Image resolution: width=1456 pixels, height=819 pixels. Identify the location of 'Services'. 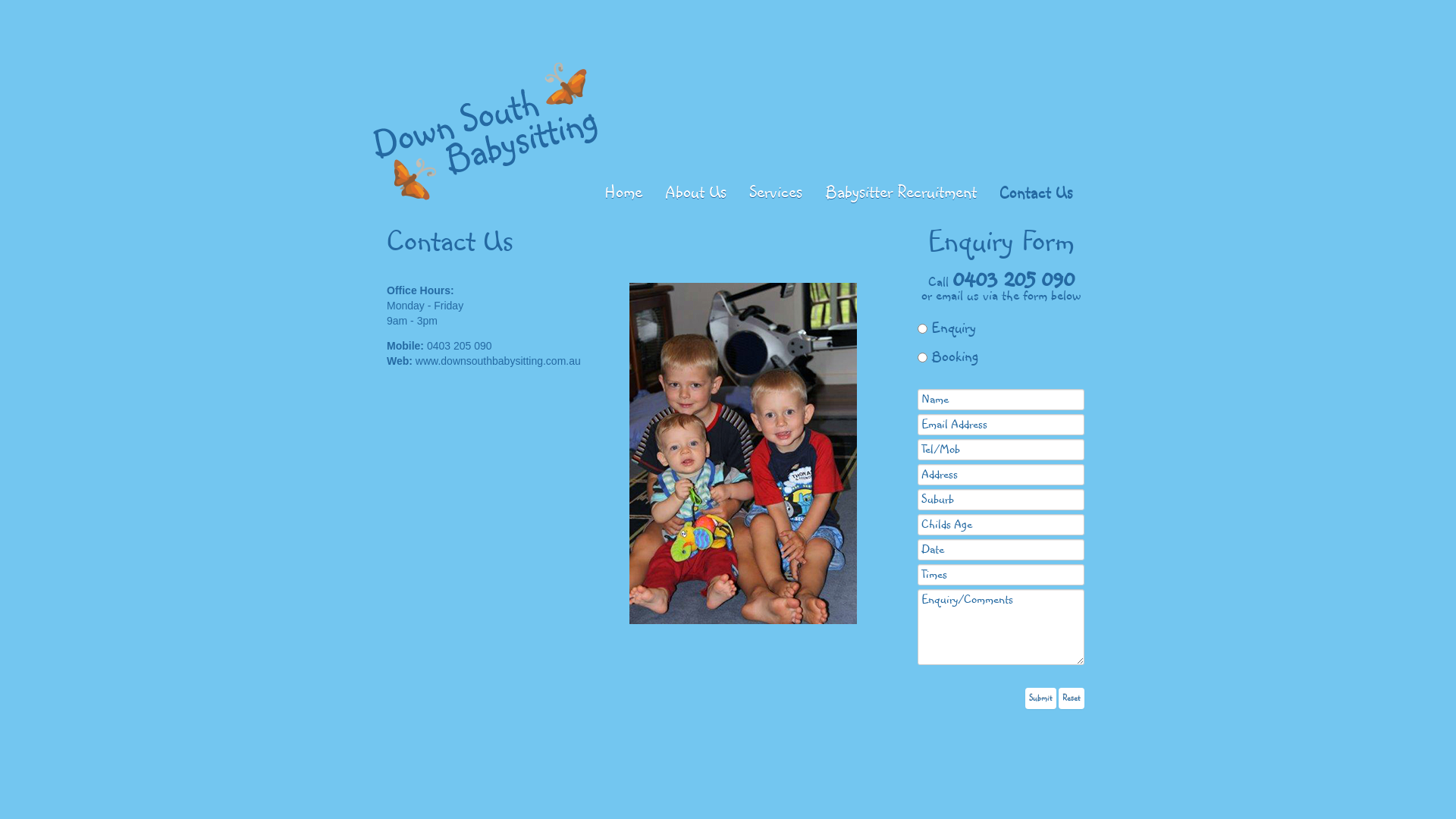
(775, 192).